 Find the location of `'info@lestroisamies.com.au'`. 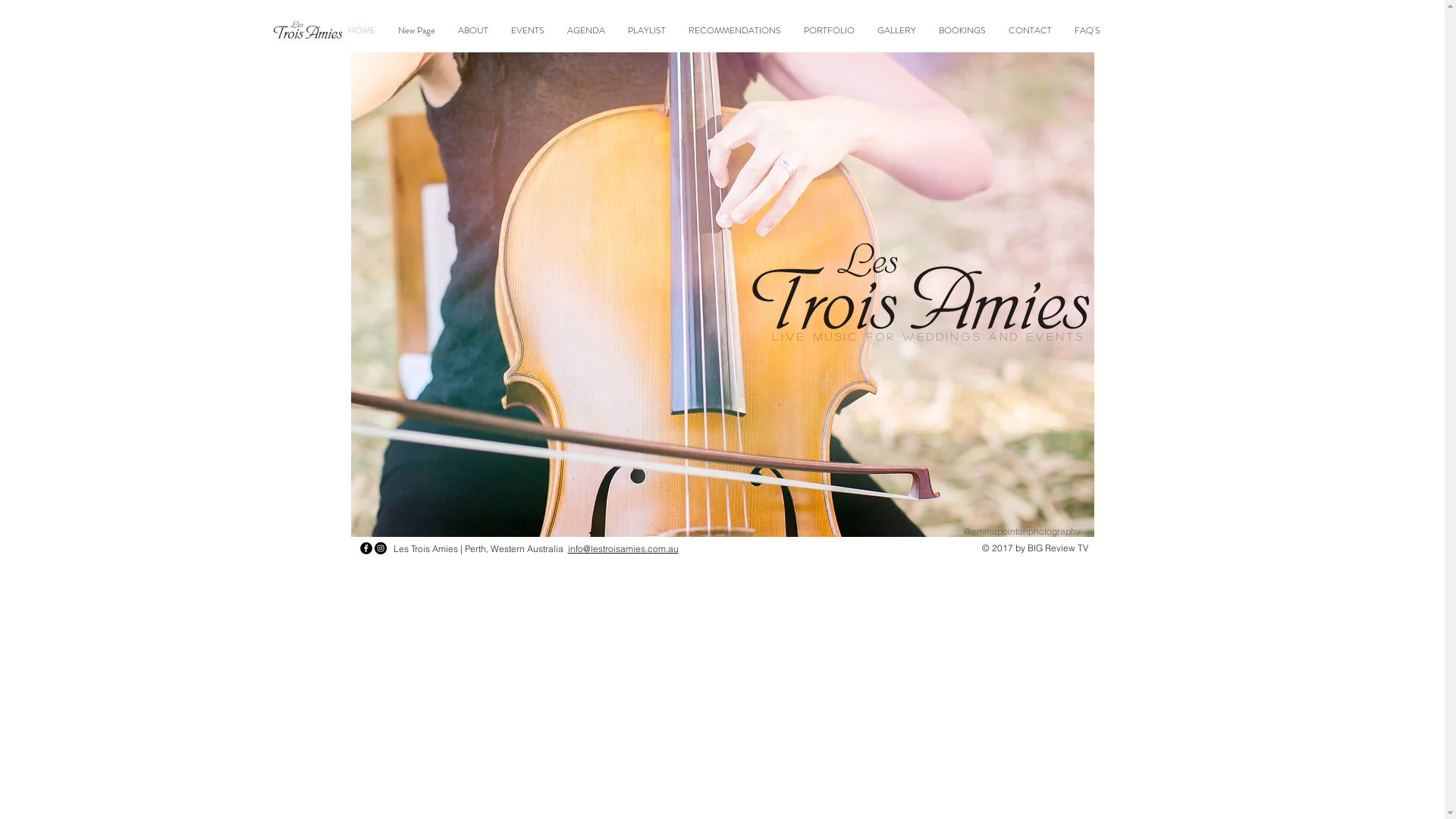

'info@lestroisamies.com.au' is located at coordinates (566, 548).